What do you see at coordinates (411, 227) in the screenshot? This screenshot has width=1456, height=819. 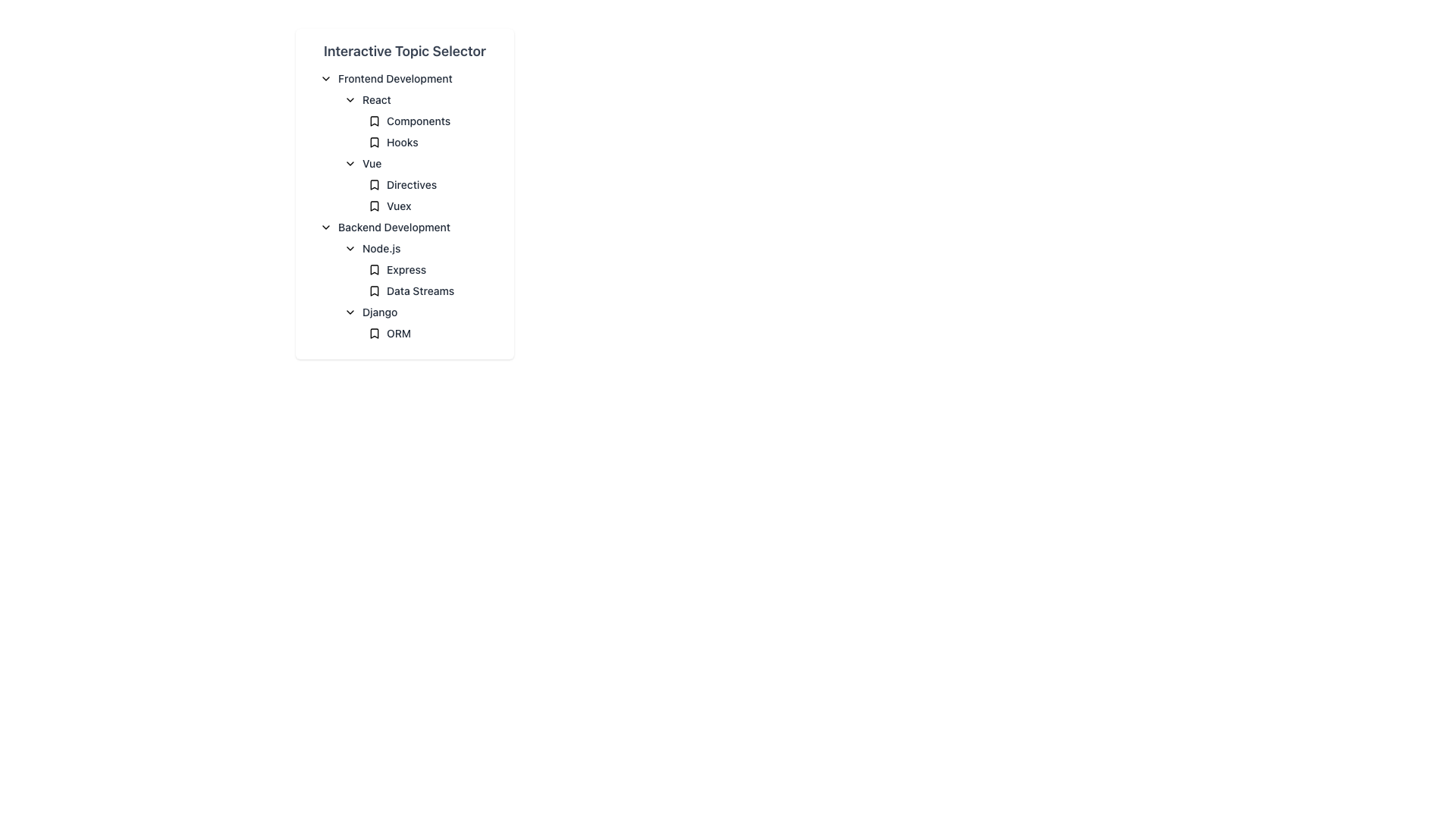 I see `the 'Backend Development' Collapsible Header` at bounding box center [411, 227].